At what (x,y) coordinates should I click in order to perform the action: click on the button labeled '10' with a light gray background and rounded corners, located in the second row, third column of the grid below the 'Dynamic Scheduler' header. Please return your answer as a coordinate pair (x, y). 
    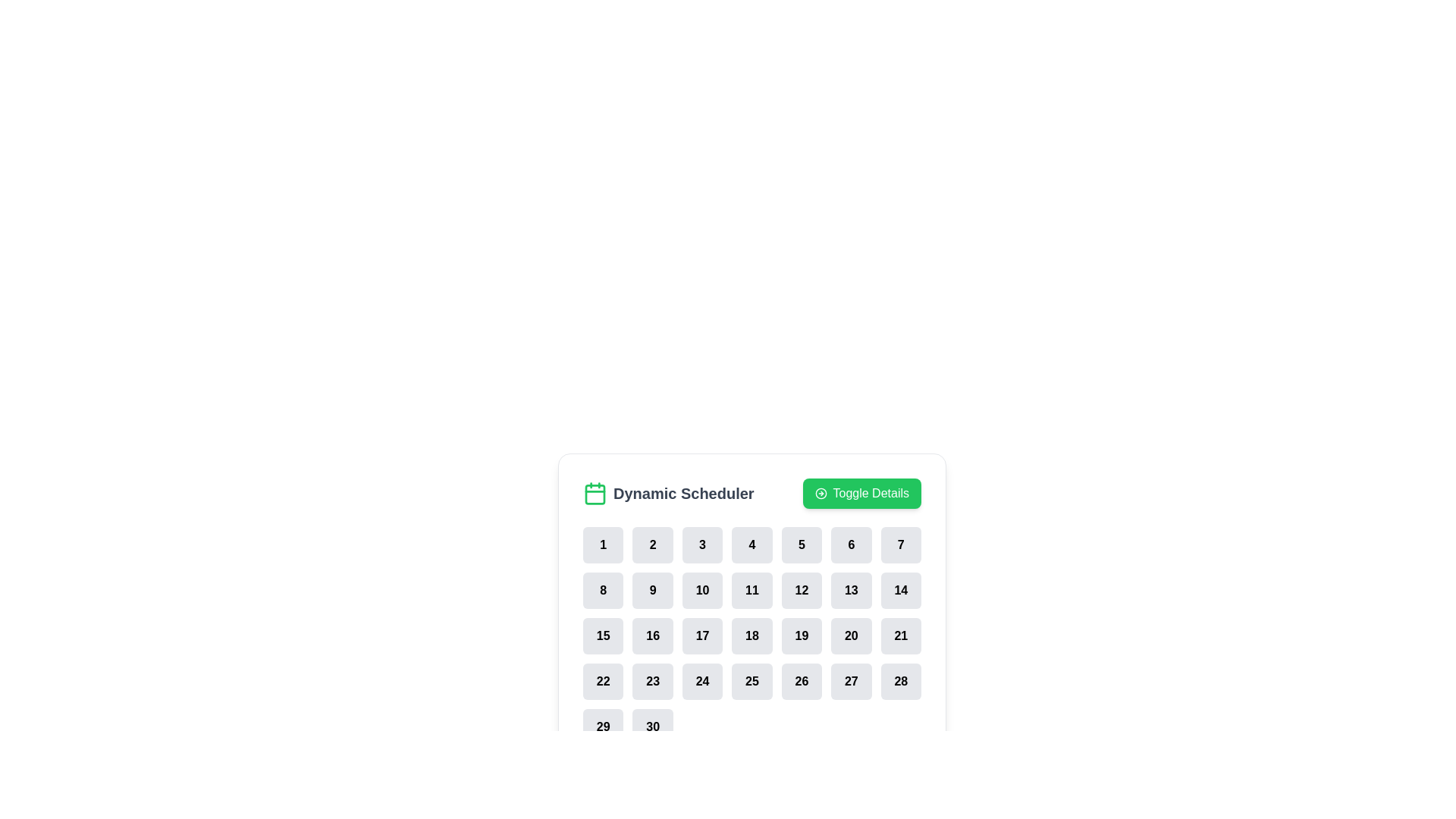
    Looking at the image, I should click on (701, 590).